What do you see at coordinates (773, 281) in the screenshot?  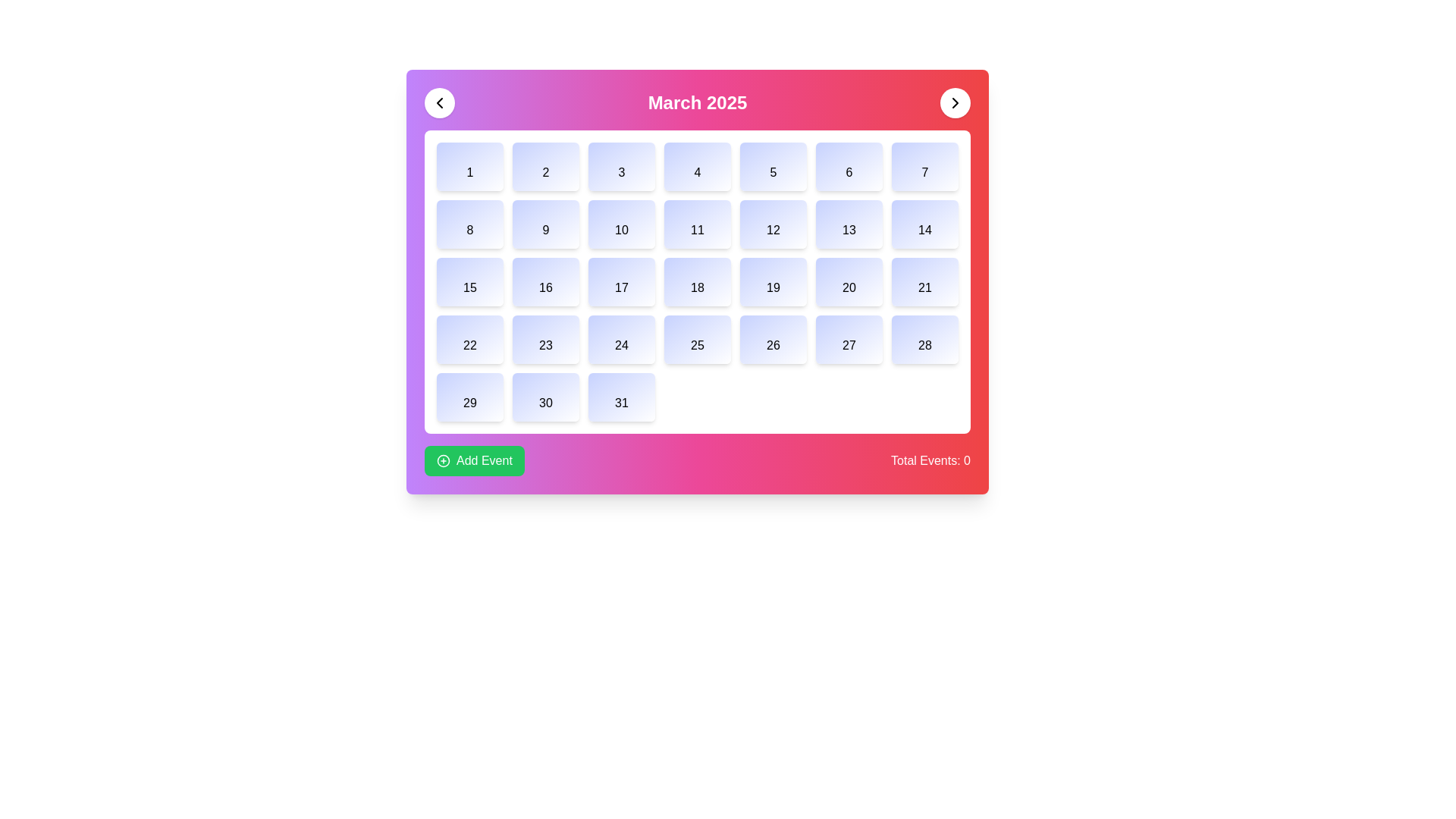 I see `the calendar day tile displaying the number '19' located in the fifth column of the third row of the grid layout` at bounding box center [773, 281].